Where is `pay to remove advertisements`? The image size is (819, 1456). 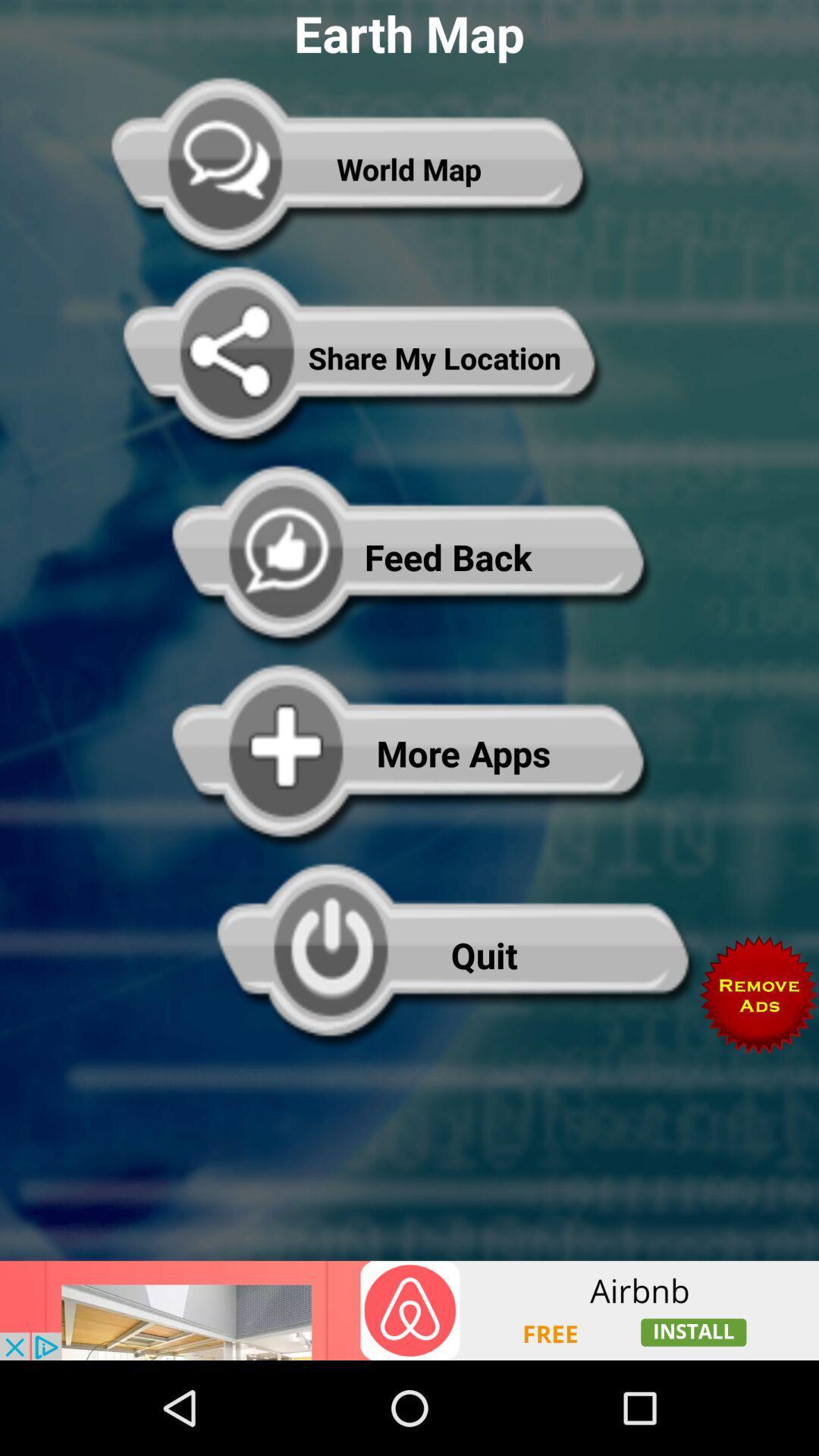 pay to remove advertisements is located at coordinates (759, 995).